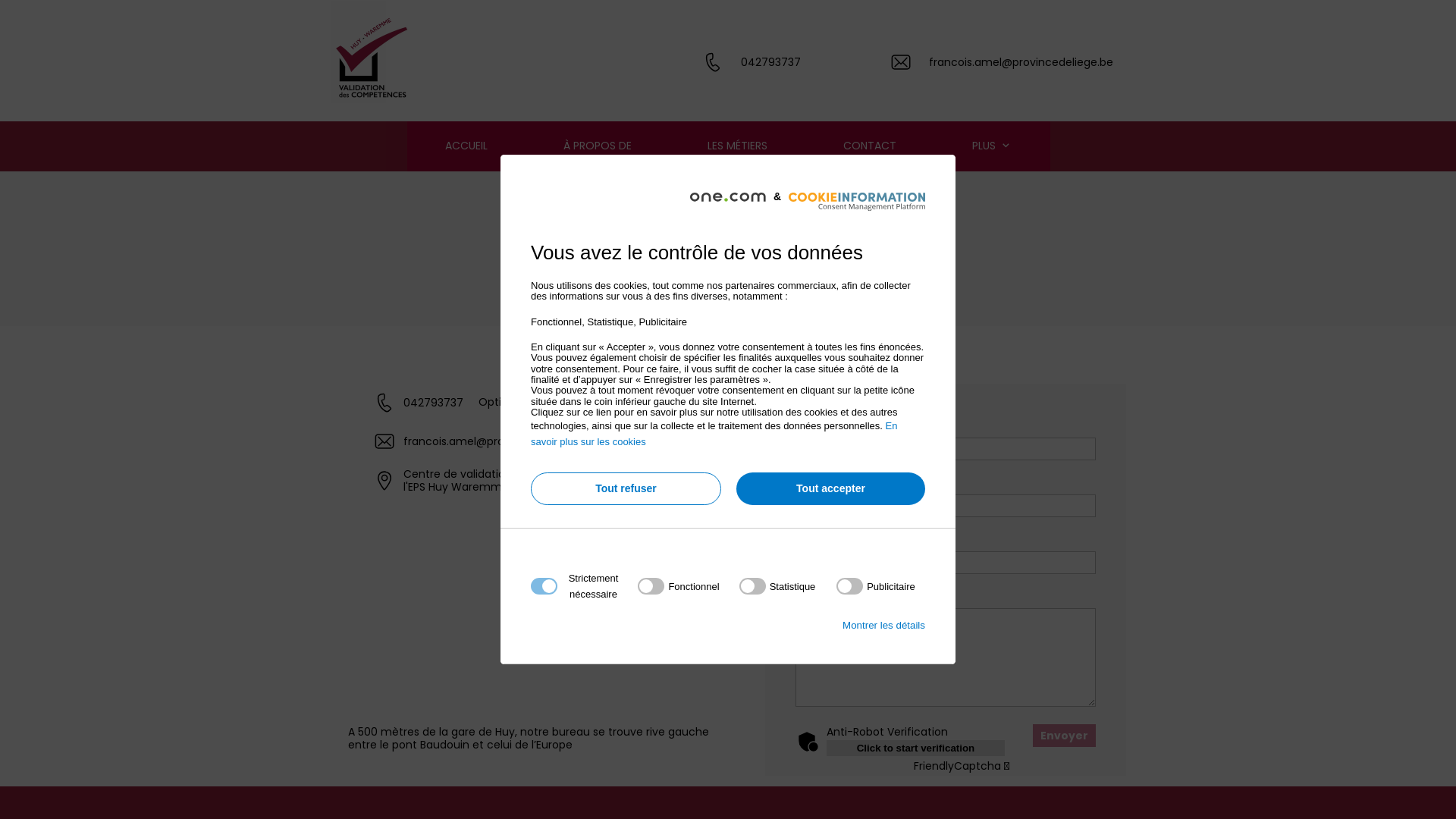  What do you see at coordinates (713, 433) in the screenshot?
I see `'En savoir plus sur les cookies'` at bounding box center [713, 433].